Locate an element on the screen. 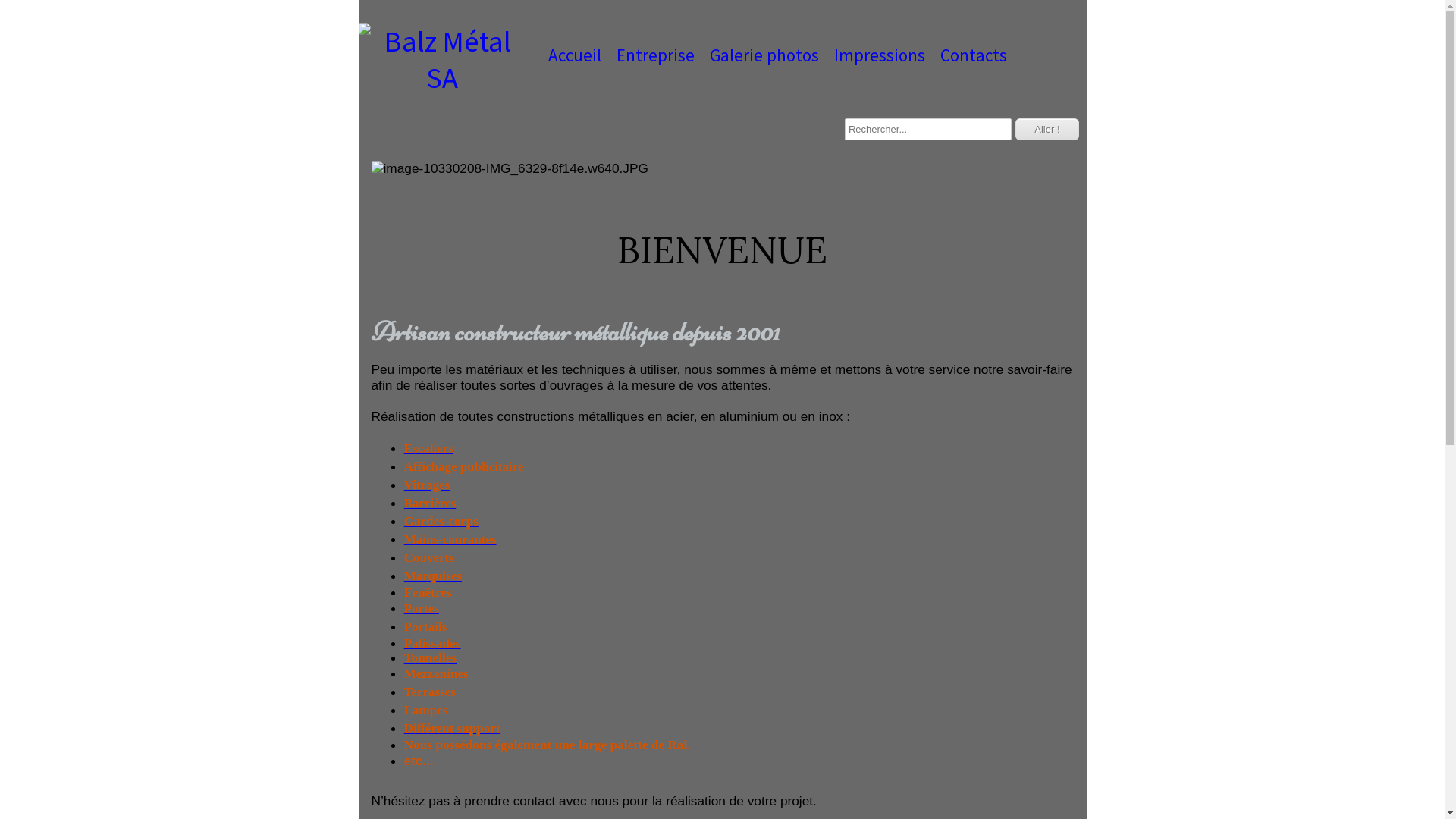 The width and height of the screenshot is (1456, 819). 'Portes' is located at coordinates (403, 607).